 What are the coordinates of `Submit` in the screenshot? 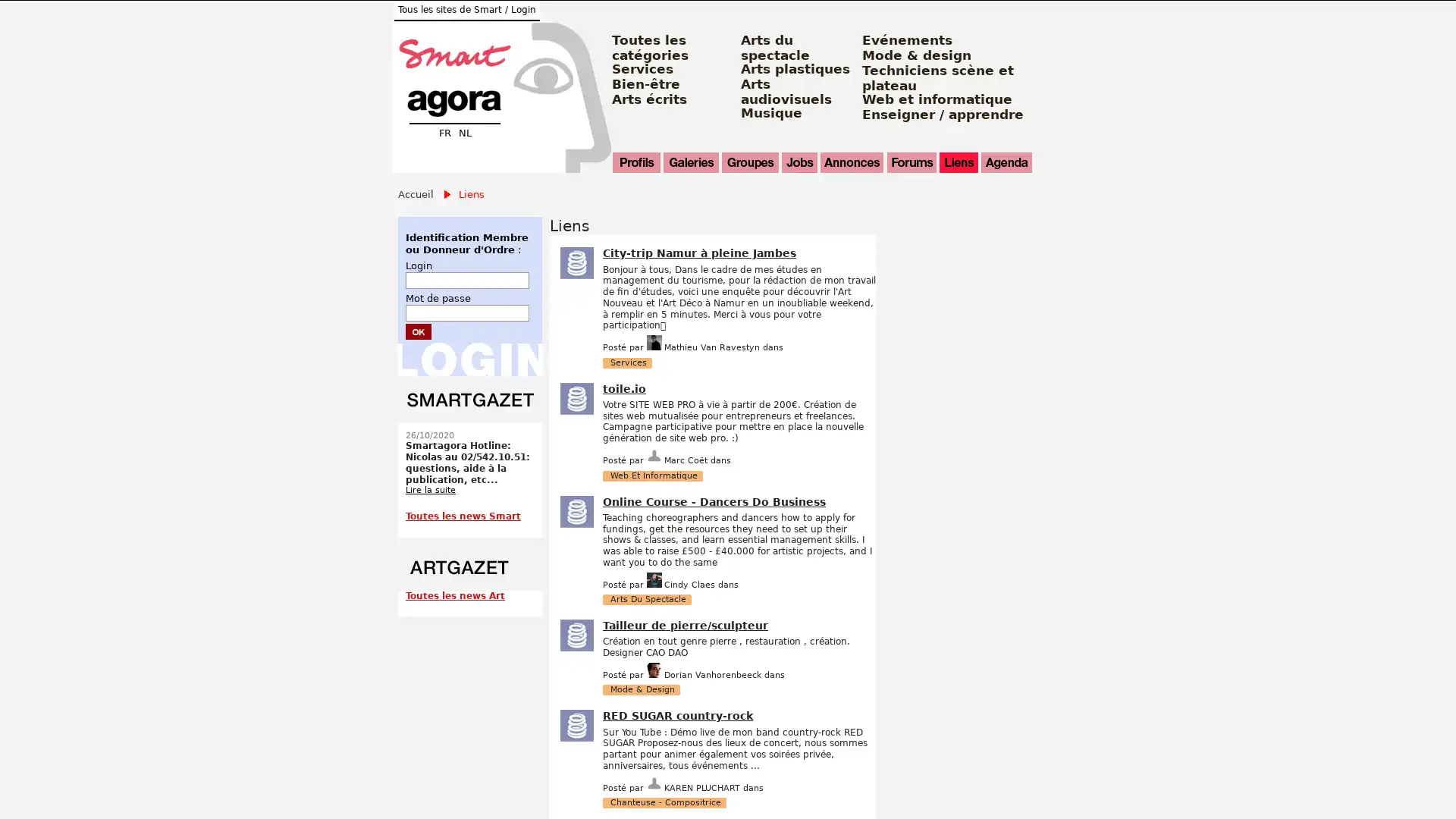 It's located at (419, 330).